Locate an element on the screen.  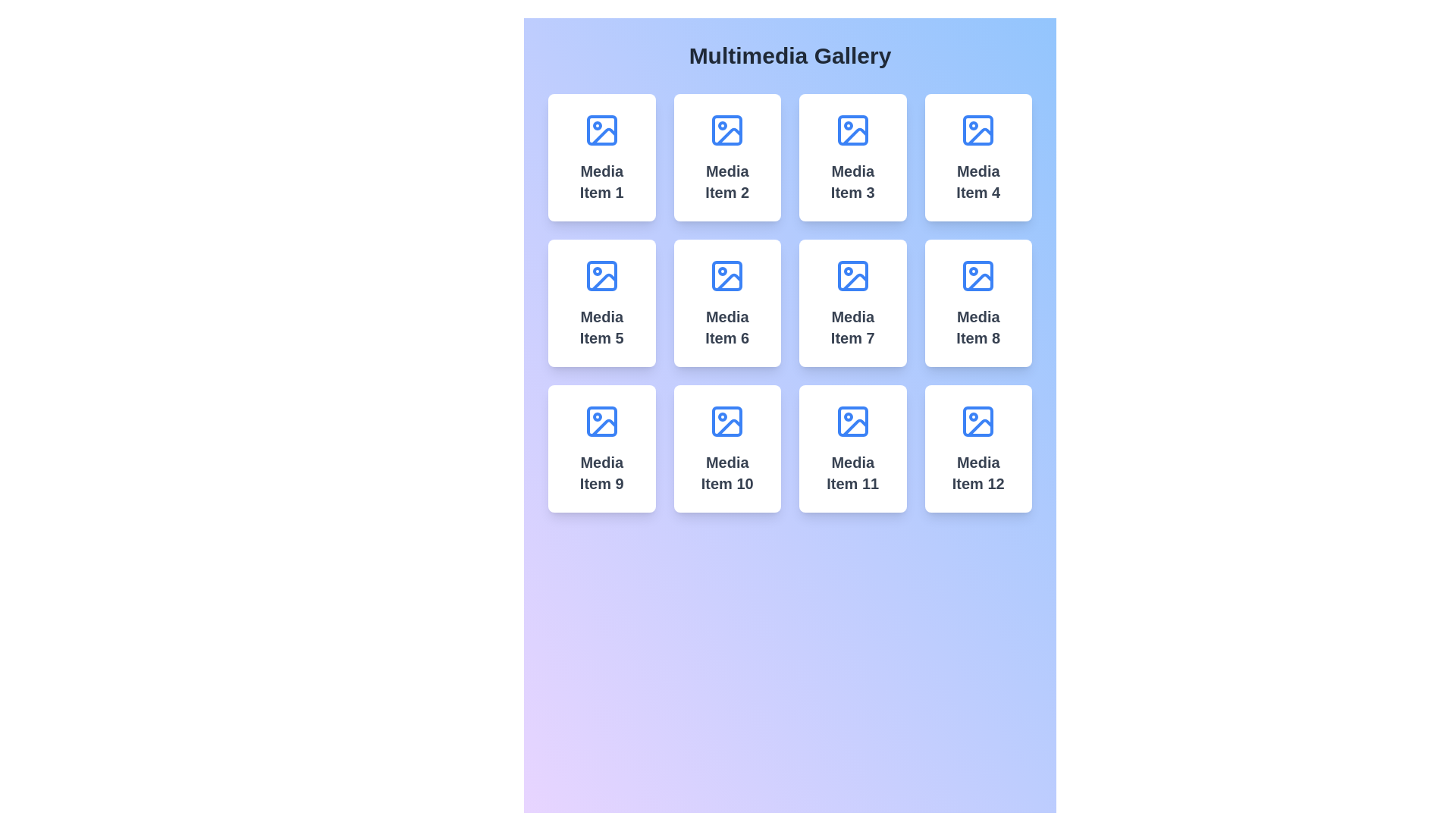
the large rectangle forming the base of the icon in the last slot of the media gallery's third row, titled 'Media Item 12.' is located at coordinates (978, 421).